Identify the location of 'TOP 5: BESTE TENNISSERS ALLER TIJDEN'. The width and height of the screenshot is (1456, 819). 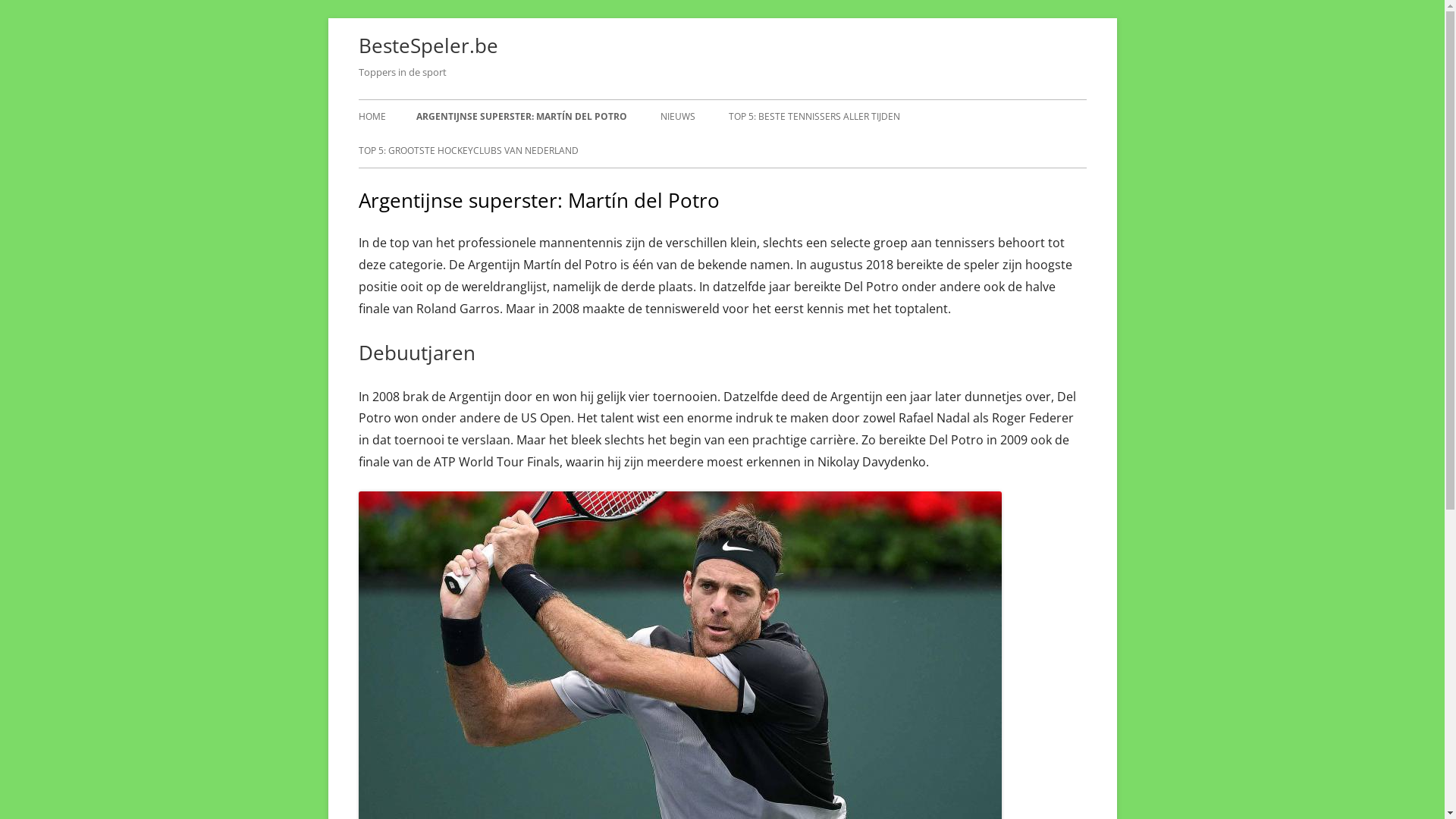
(813, 116).